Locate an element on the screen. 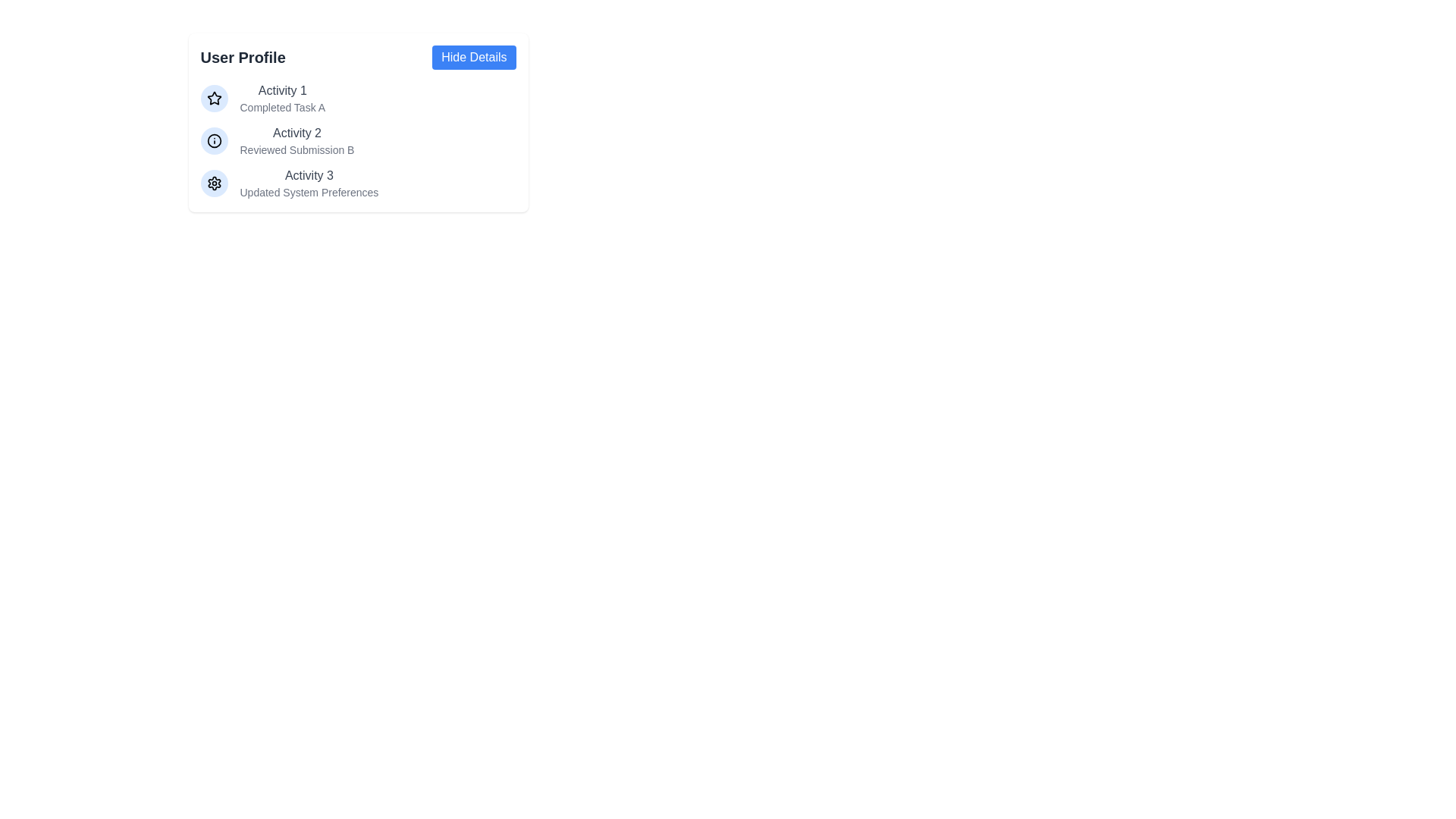 The height and width of the screenshot is (819, 1456). the static text label providing additional information about 'Activity 1' located under the 'Activity 1' label is located at coordinates (282, 107).